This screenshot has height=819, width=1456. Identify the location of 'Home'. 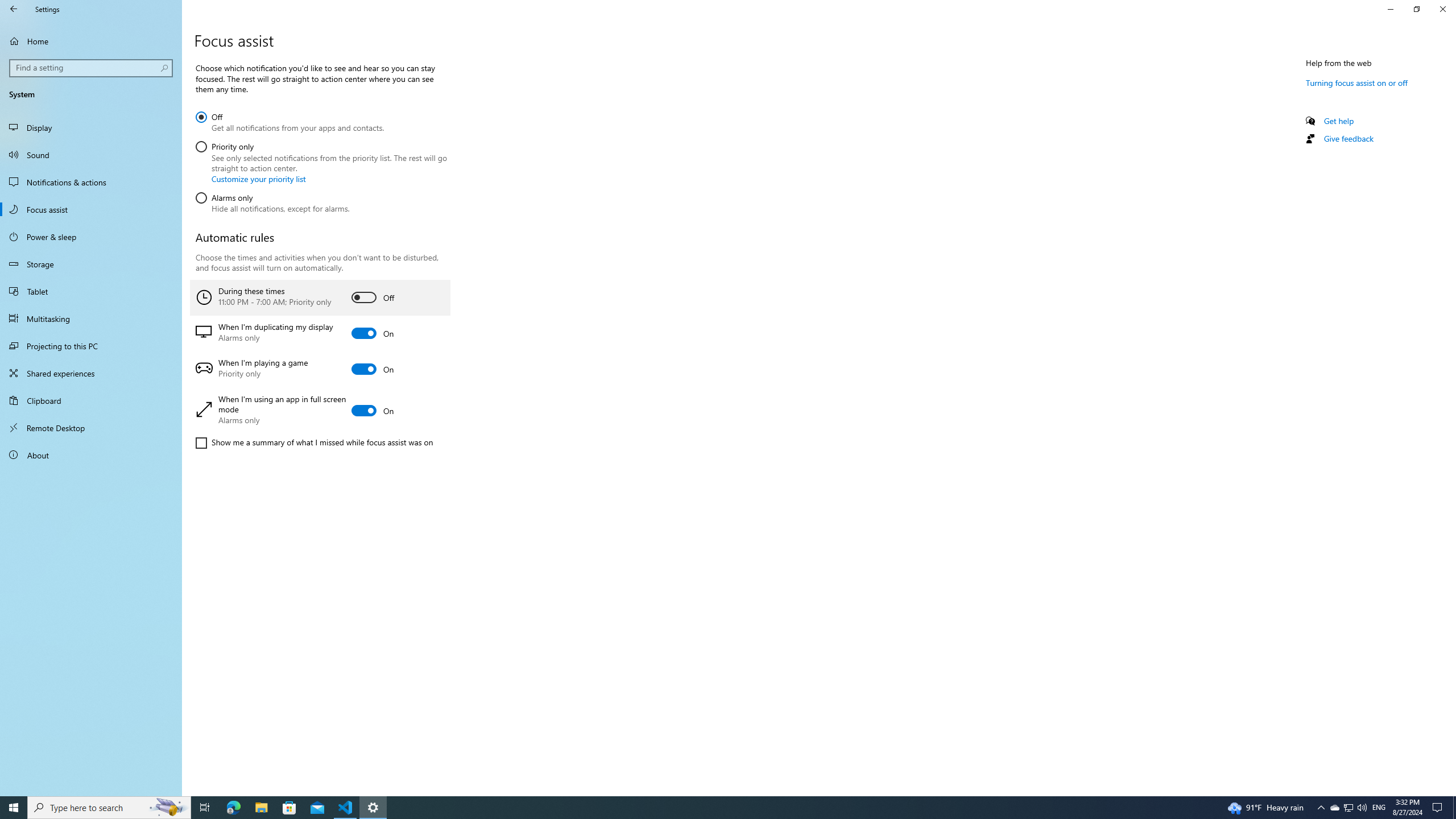
(90, 41).